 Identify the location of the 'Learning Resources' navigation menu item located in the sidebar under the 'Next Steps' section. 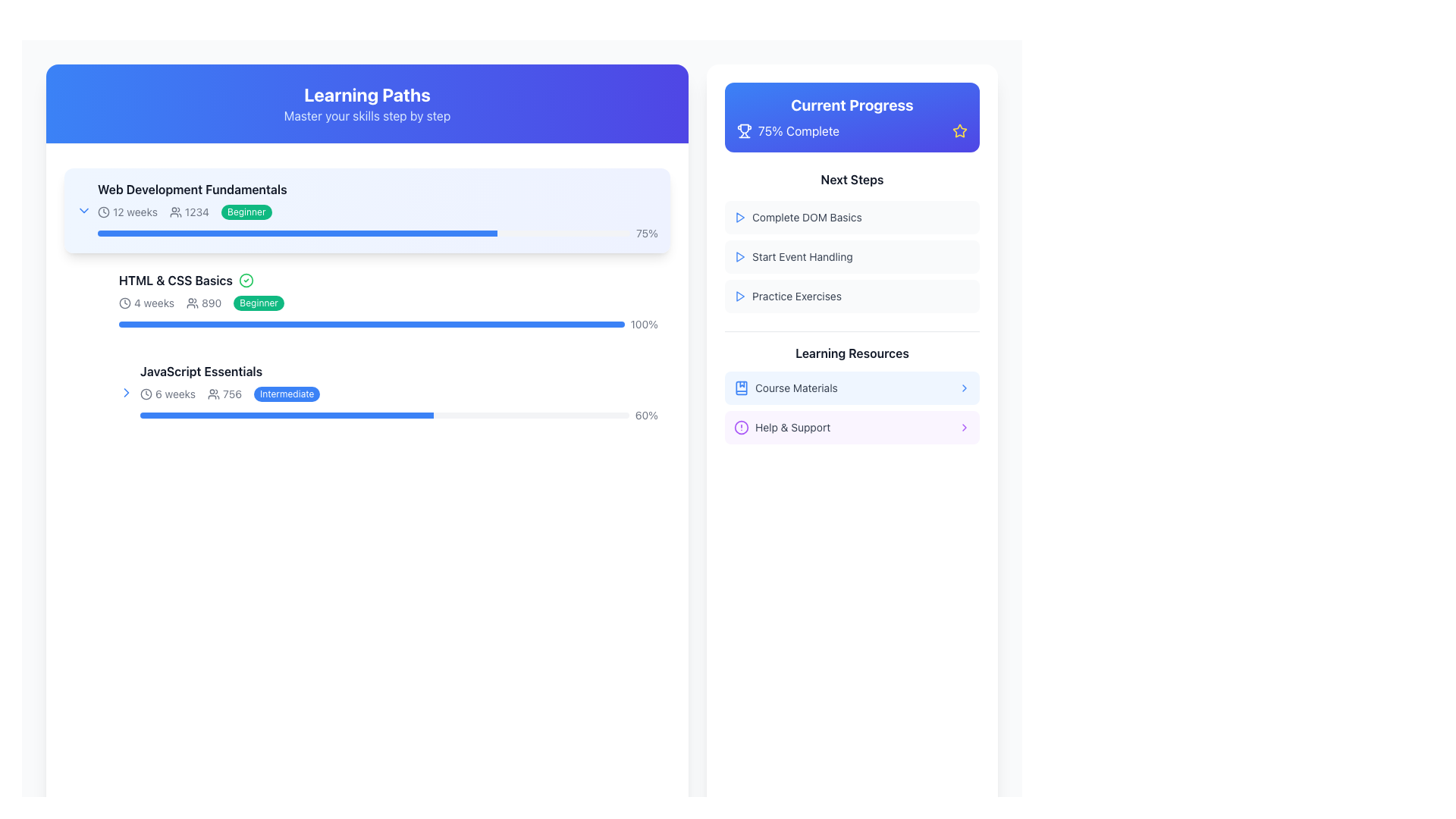
(852, 386).